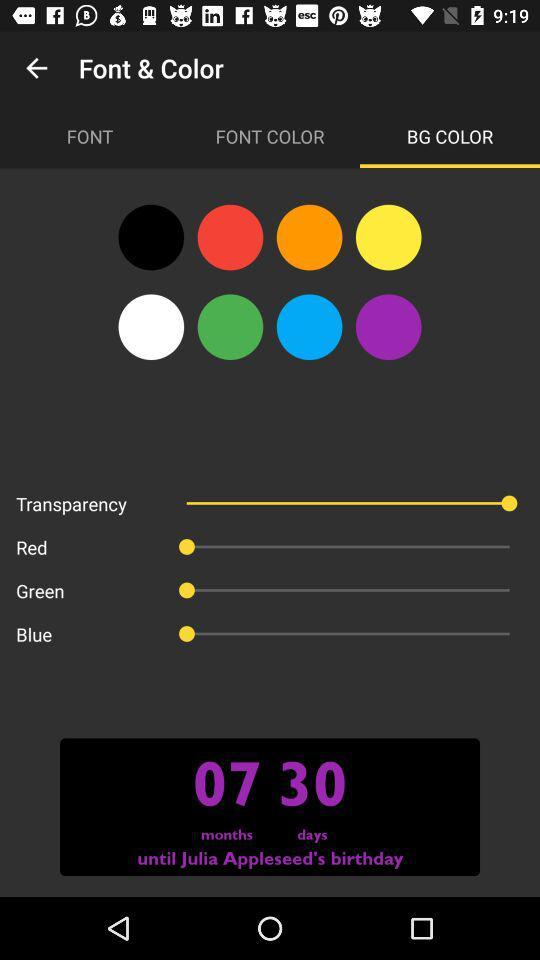 Image resolution: width=540 pixels, height=960 pixels. Describe the element at coordinates (449, 135) in the screenshot. I see `the bg color icon` at that location.